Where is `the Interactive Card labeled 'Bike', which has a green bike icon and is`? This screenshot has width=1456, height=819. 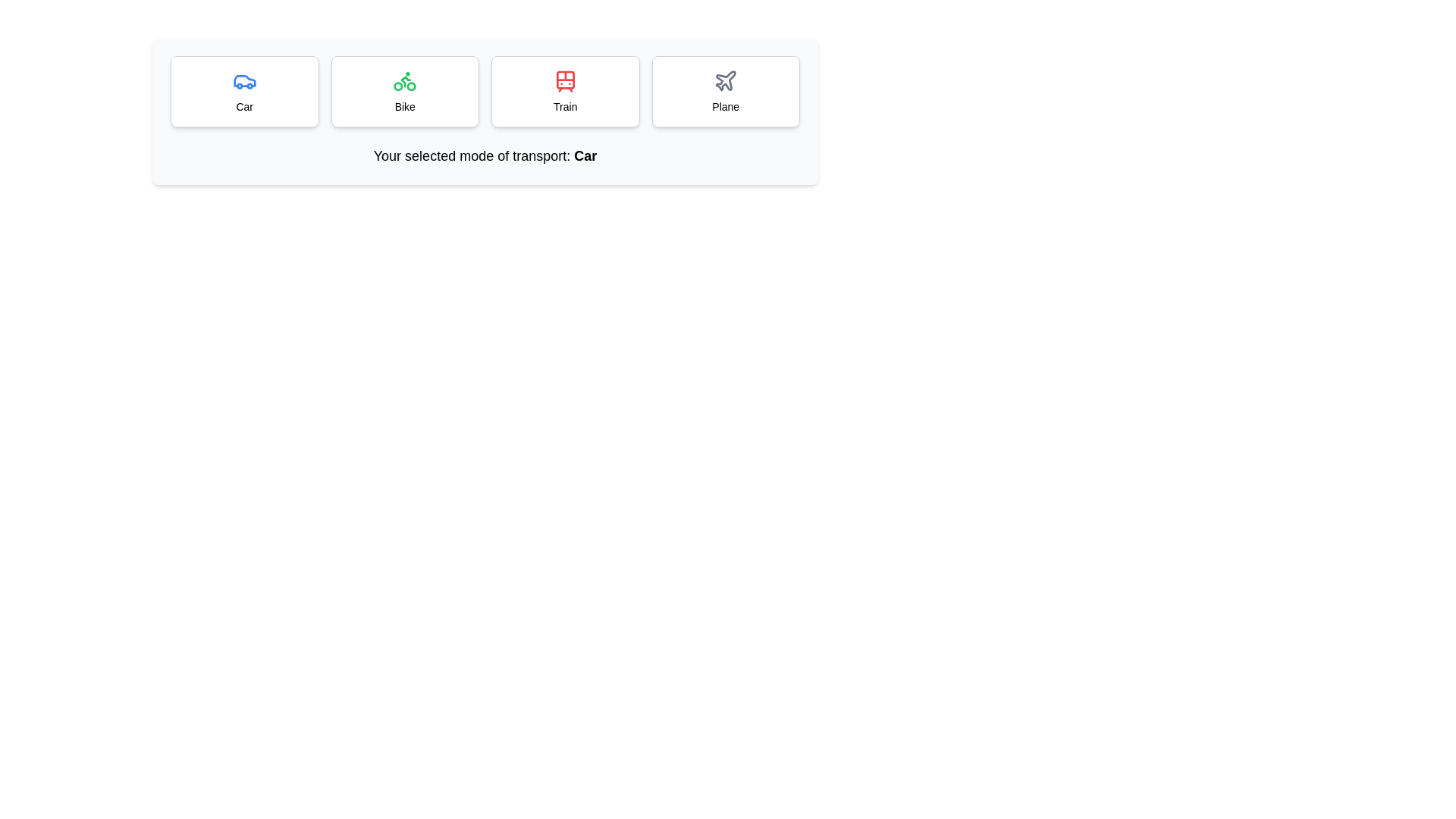 the Interactive Card labeled 'Bike', which has a green bike icon and is is located at coordinates (405, 91).